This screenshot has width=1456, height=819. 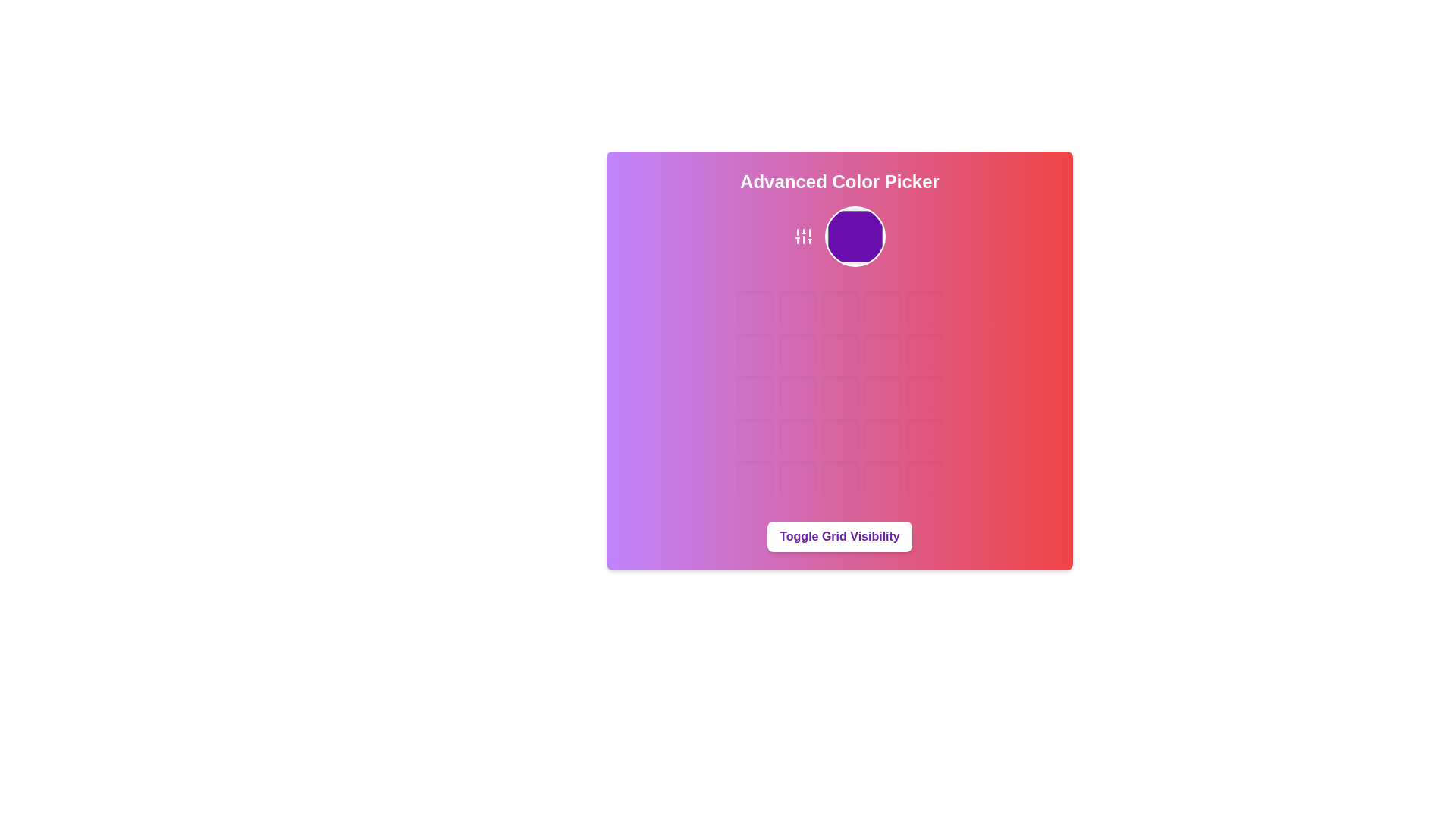 I want to click on the bottom-right square grid cell in the Advanced Color Picker, so click(x=924, y=479).